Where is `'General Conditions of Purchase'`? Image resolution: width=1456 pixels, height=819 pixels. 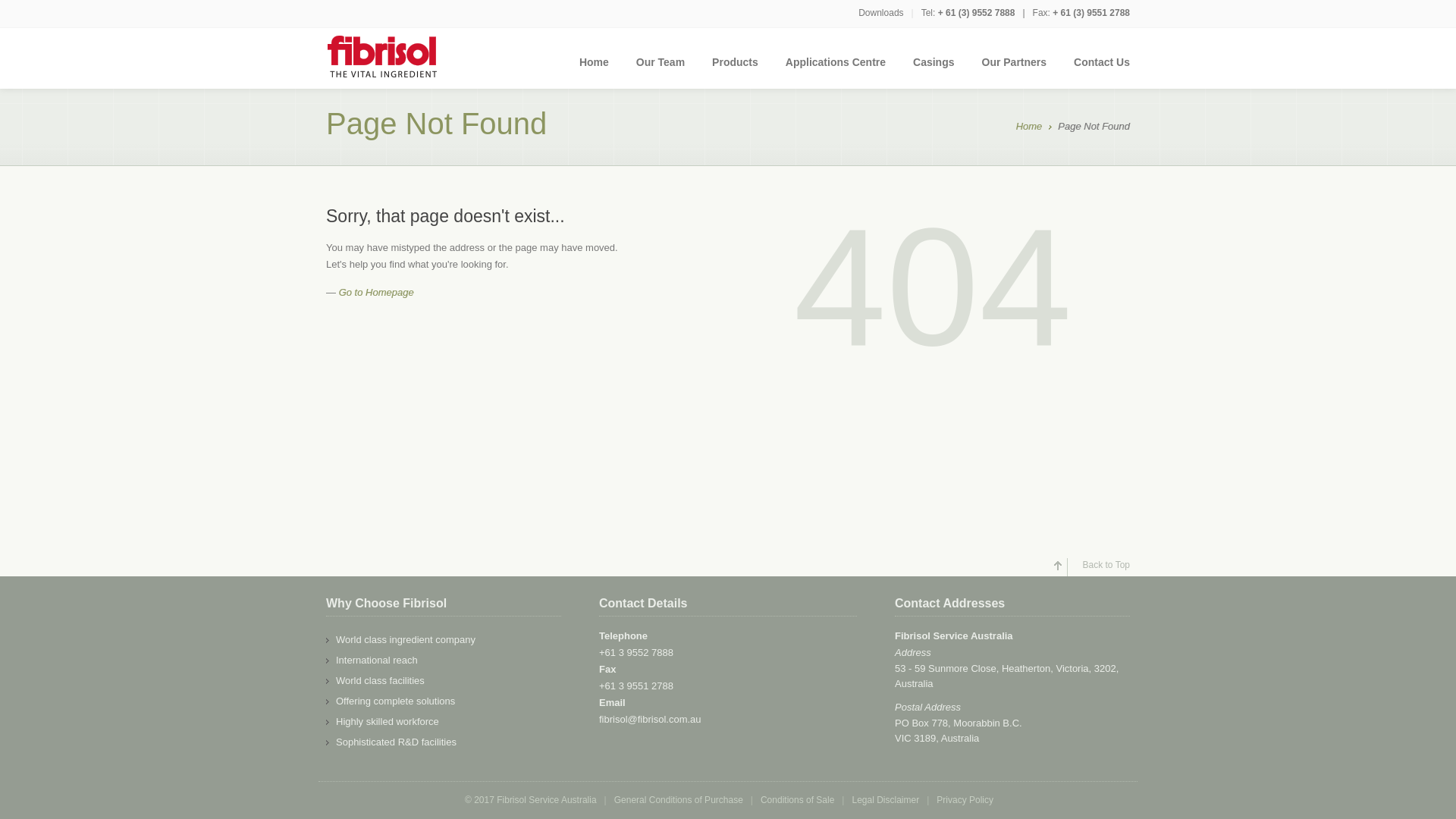 'General Conditions of Purchase' is located at coordinates (614, 799).